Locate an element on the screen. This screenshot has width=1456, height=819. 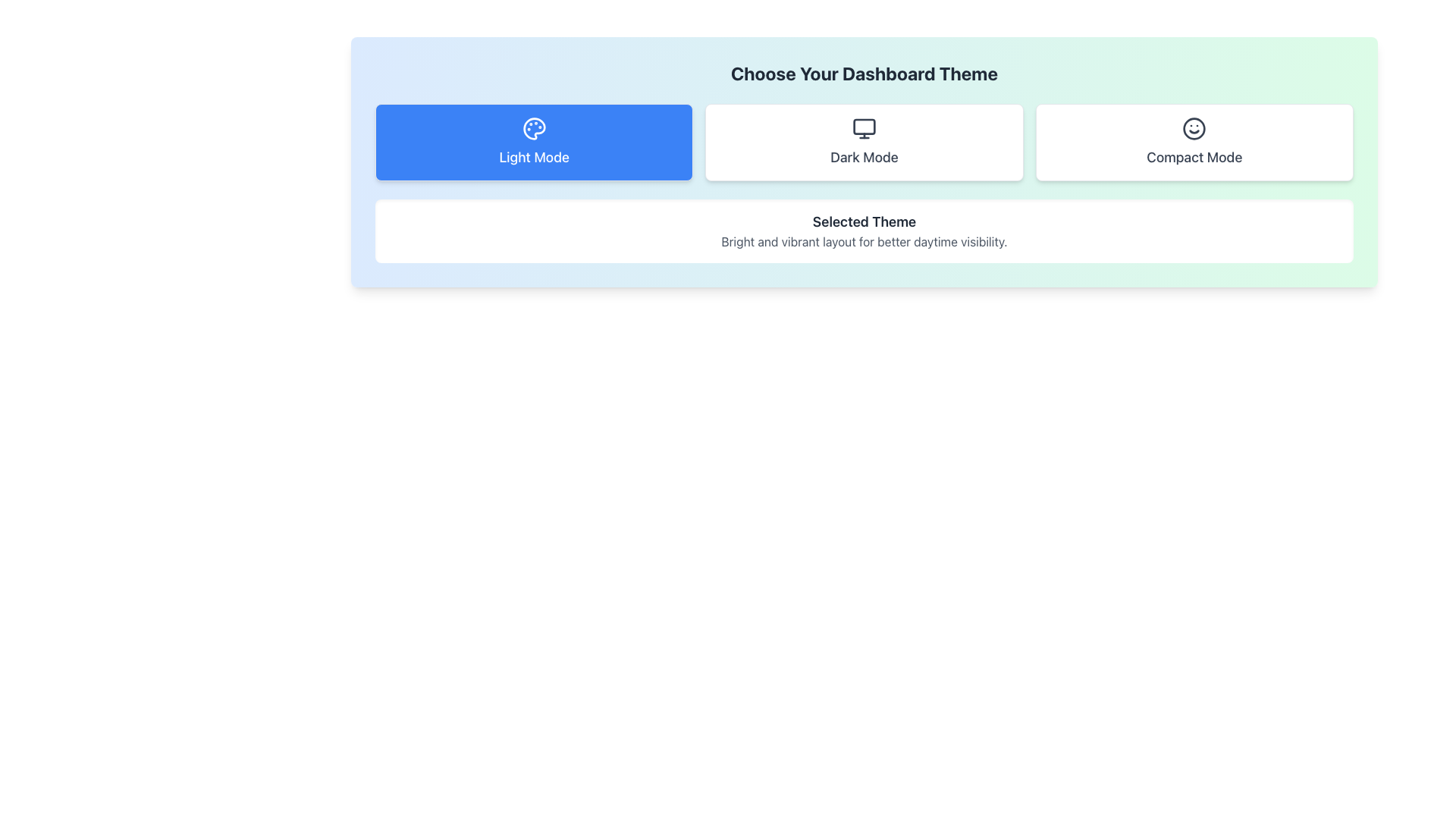
the text label for the 'Compact Mode' dashboard theme option, which assists users in selecting their preferred theme is located at coordinates (1194, 158).